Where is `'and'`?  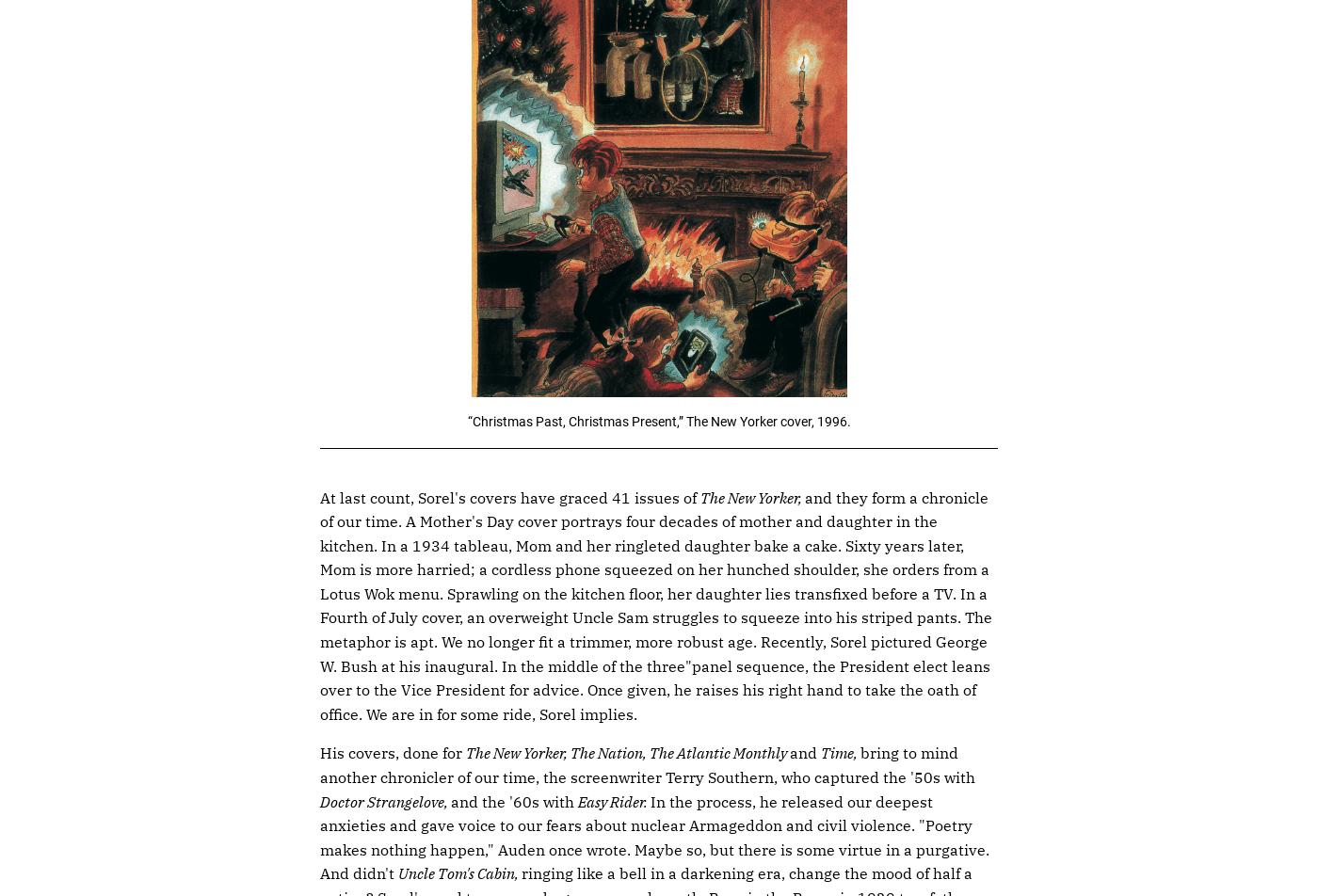
'and' is located at coordinates (805, 752).